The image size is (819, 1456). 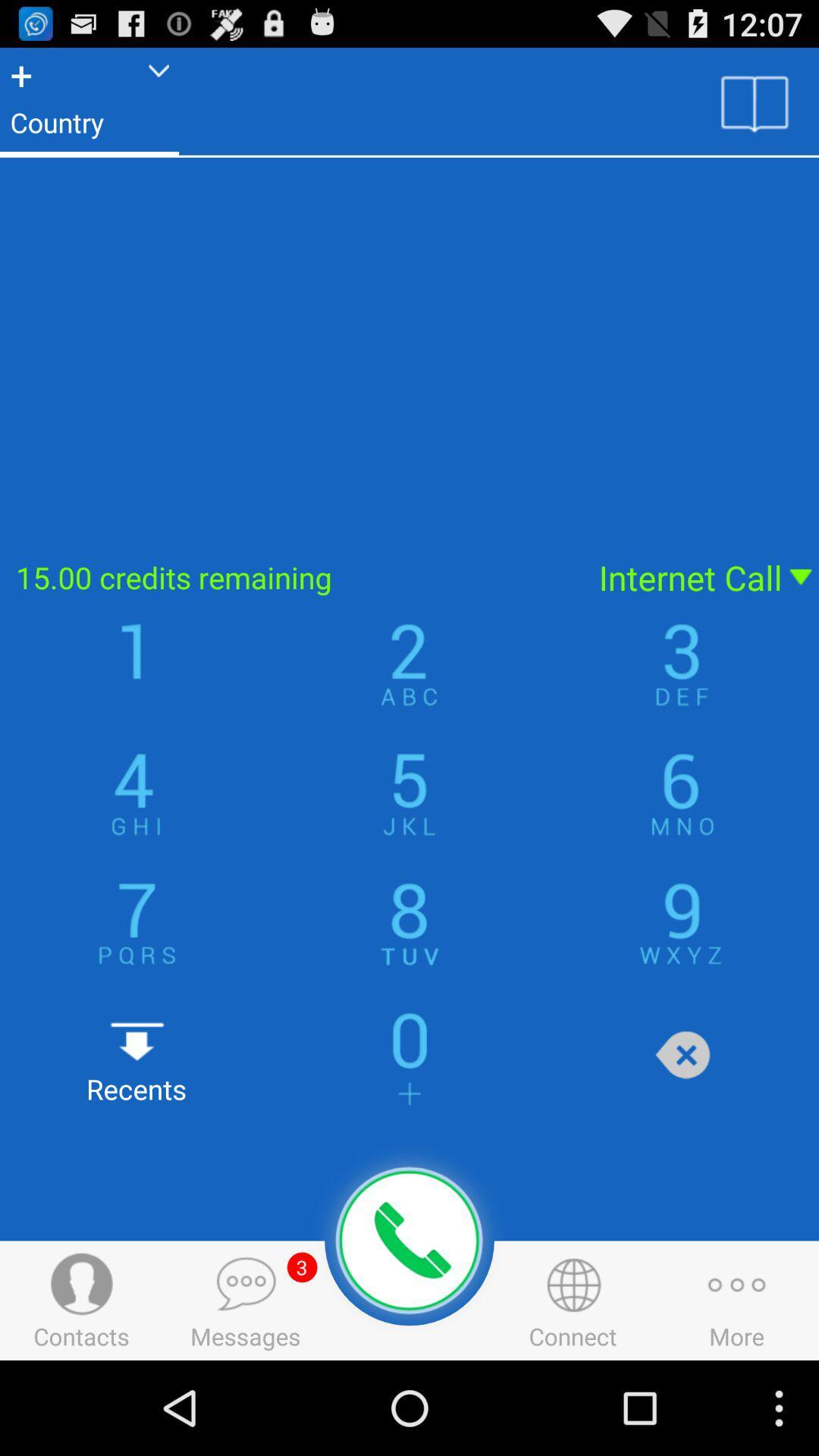 I want to click on item next to internet call app, so click(x=290, y=576).